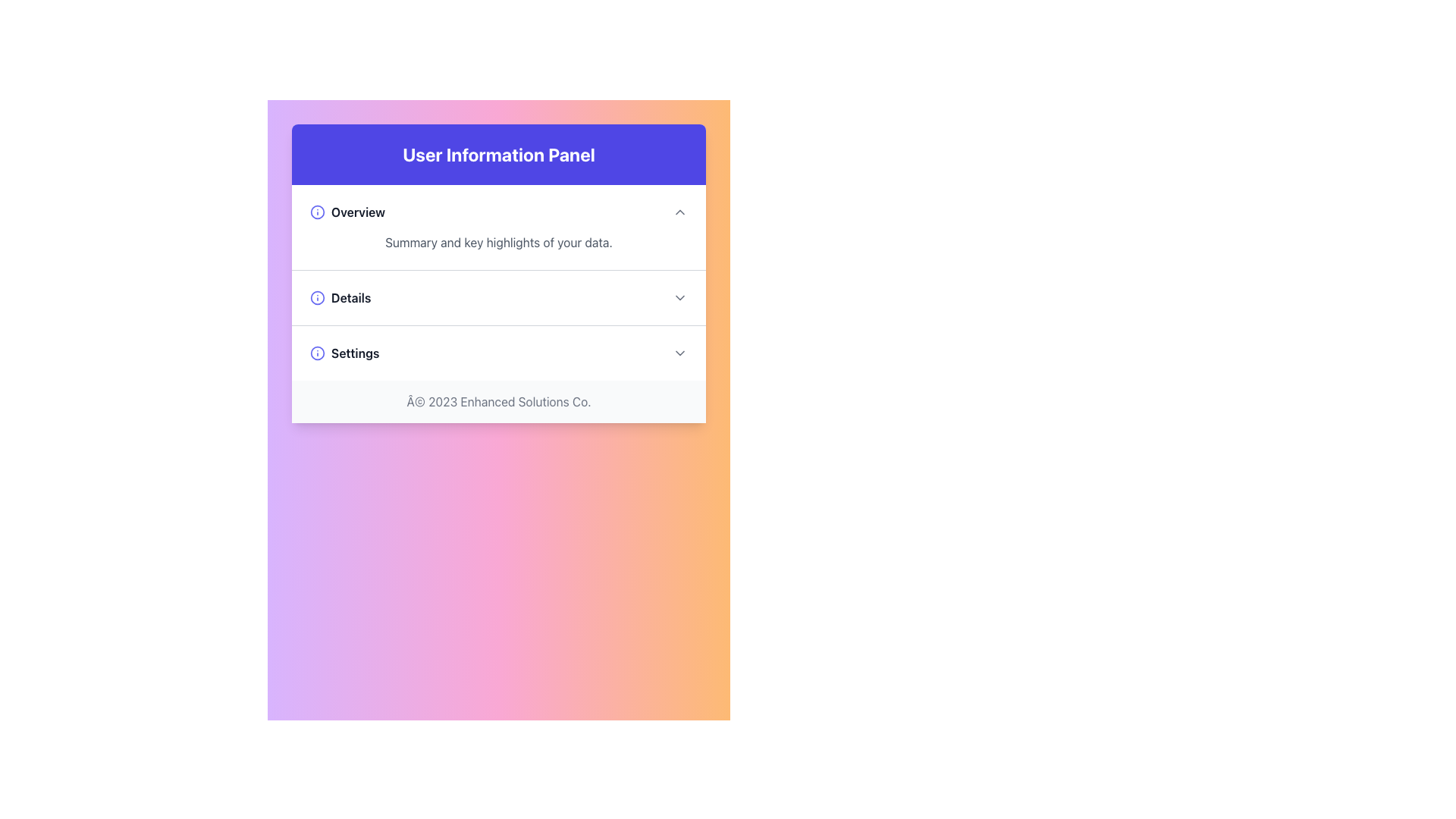 The width and height of the screenshot is (1456, 819). I want to click on the static text element displaying '© 2023 Enhanced Solutions Co.' at the bottom of the User Information Panel, so click(498, 400).